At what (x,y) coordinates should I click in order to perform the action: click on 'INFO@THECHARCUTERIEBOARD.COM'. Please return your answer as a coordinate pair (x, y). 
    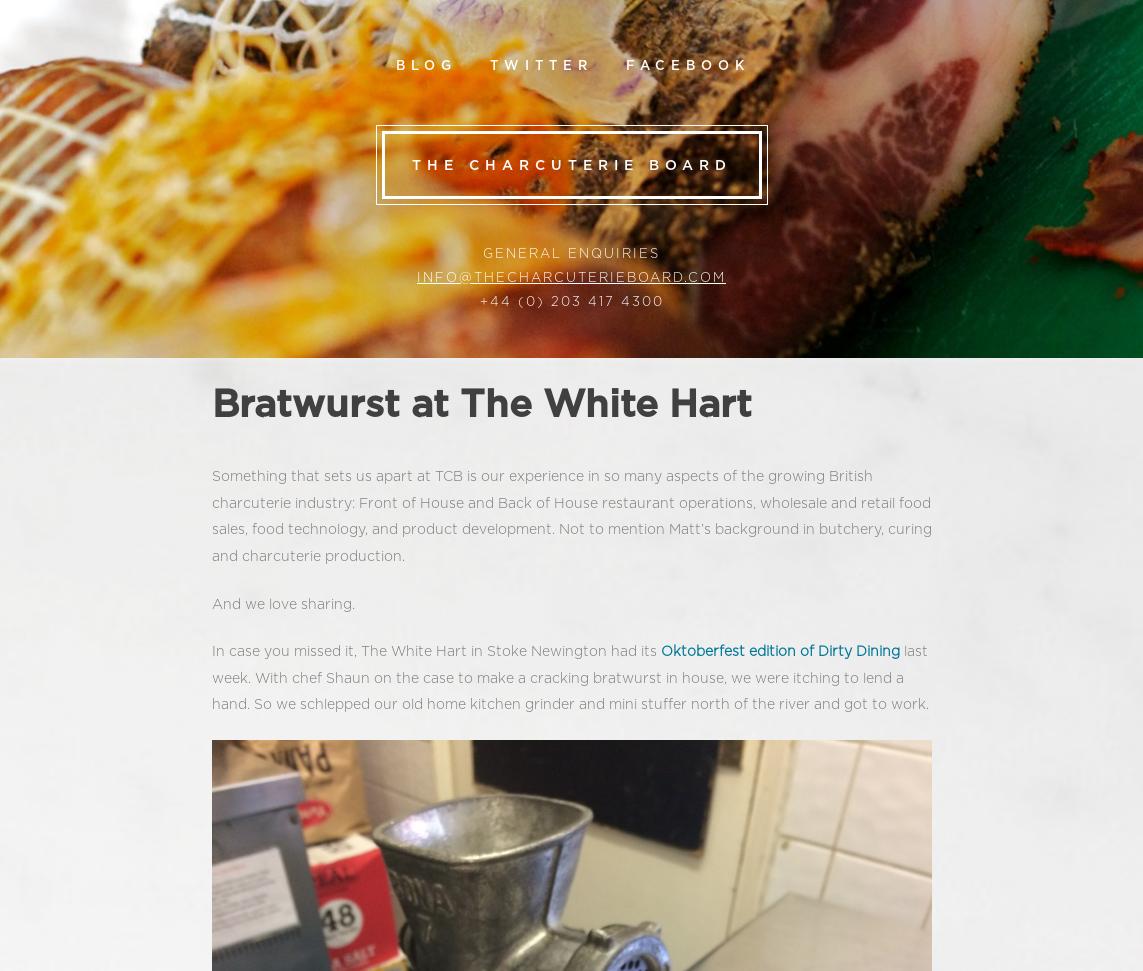
    Looking at the image, I should click on (571, 277).